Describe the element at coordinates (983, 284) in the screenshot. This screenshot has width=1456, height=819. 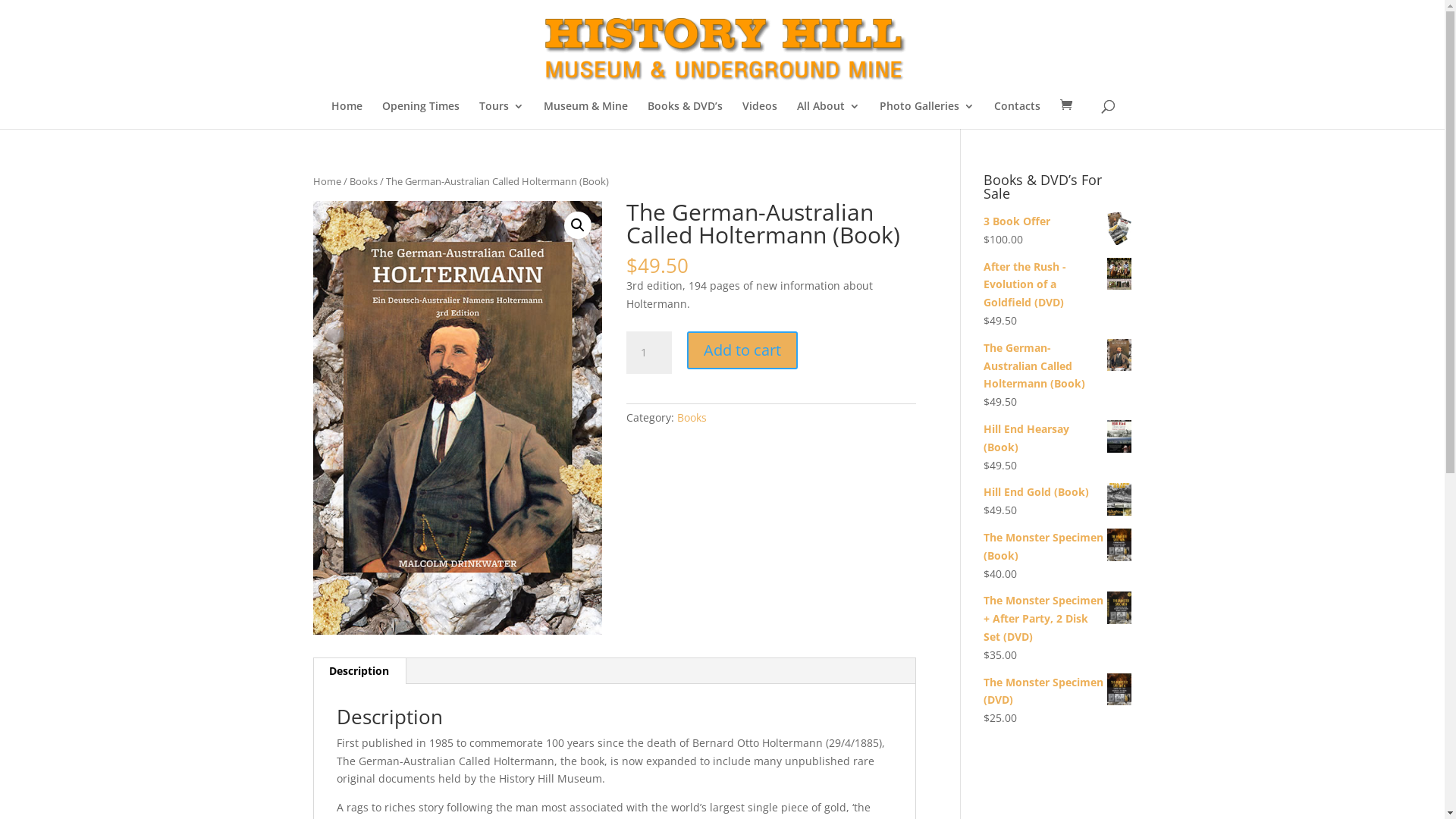
I see `'After the Rush - Evolution of a Goldfield (DVD)'` at that location.